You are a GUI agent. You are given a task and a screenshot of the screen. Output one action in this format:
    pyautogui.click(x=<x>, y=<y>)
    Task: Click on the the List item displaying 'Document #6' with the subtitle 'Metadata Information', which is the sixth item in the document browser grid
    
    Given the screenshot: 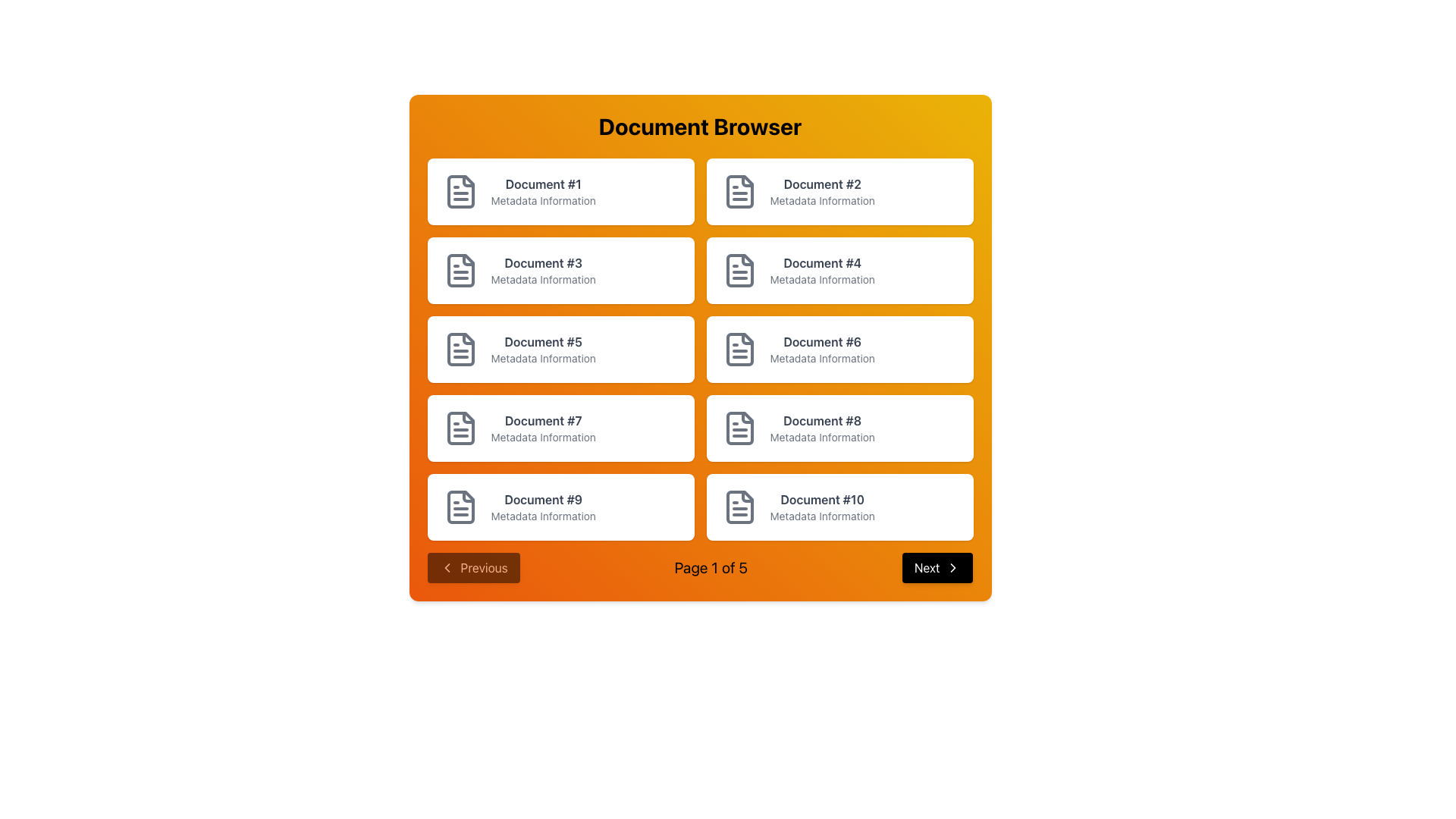 What is the action you would take?
    pyautogui.click(x=821, y=350)
    